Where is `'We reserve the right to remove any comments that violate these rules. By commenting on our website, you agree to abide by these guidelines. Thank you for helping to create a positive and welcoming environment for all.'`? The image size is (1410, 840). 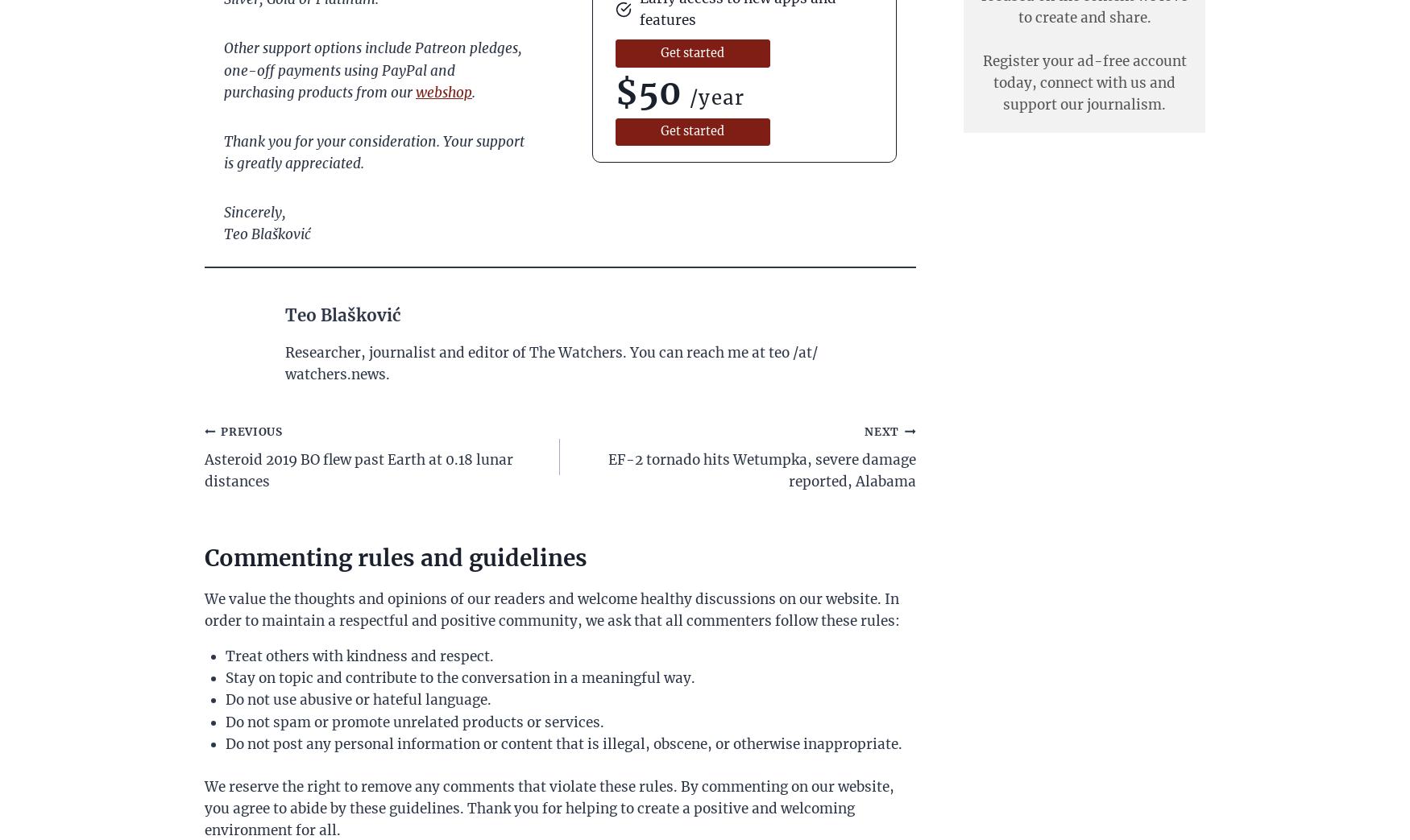 'We reserve the right to remove any comments that violate these rules. By commenting on our website, you agree to abide by these guidelines. Thank you for helping to create a positive and welcoming environment for all.' is located at coordinates (548, 807).